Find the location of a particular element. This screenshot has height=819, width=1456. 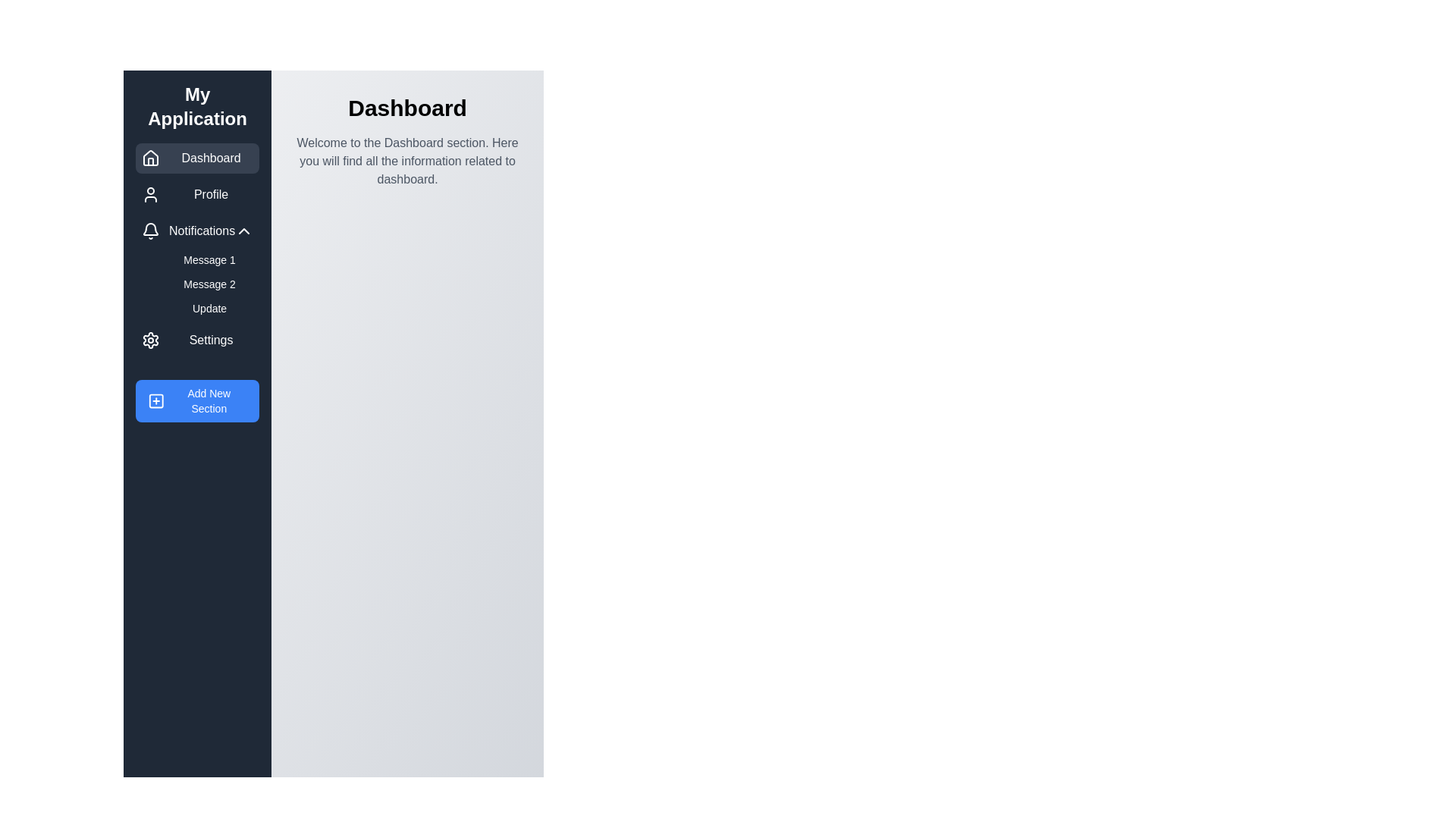

informational text displayed in the text label beneath the 'Dashboard' heading, which contains the message: 'Welcome to the Dashboard section. Here you will find all the information related to dashboard.' is located at coordinates (407, 161).